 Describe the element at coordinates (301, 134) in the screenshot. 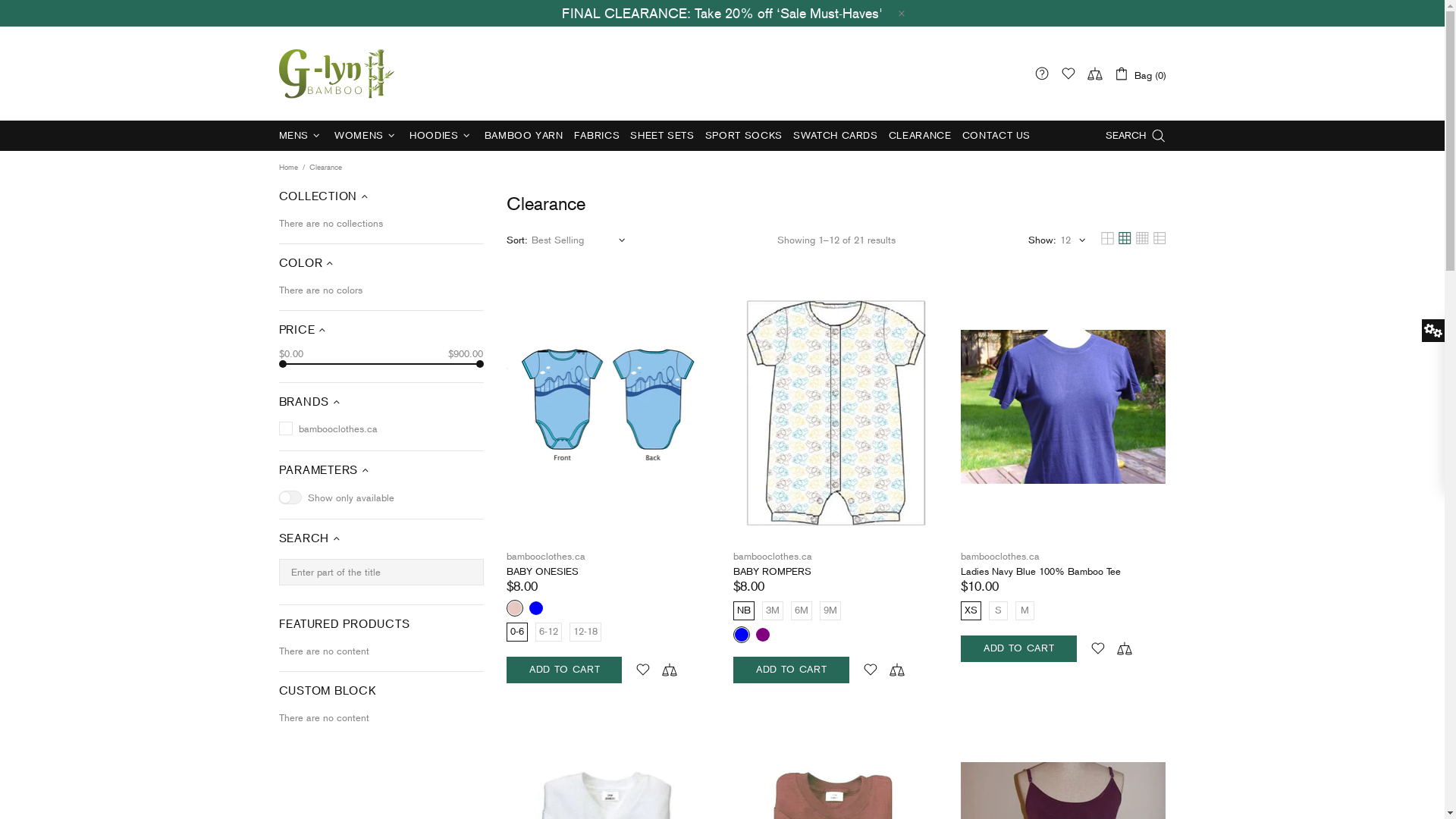

I see `'MENS'` at that location.